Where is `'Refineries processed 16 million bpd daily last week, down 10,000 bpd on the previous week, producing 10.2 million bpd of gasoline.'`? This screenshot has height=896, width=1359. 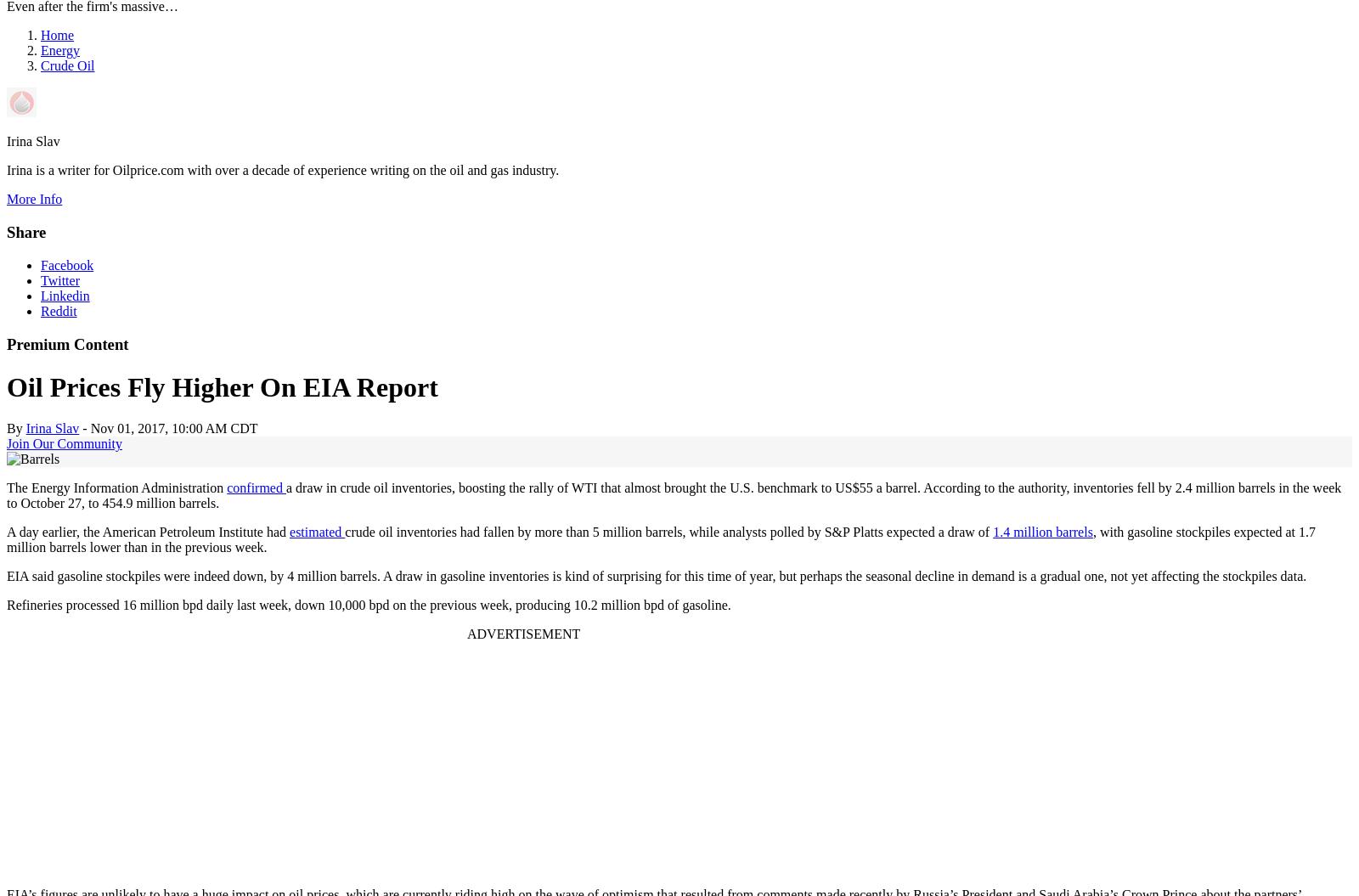 'Refineries processed 16 million bpd daily last week, down 10,000 bpd on the previous week, producing 10.2 million bpd of gasoline.' is located at coordinates (367, 605).